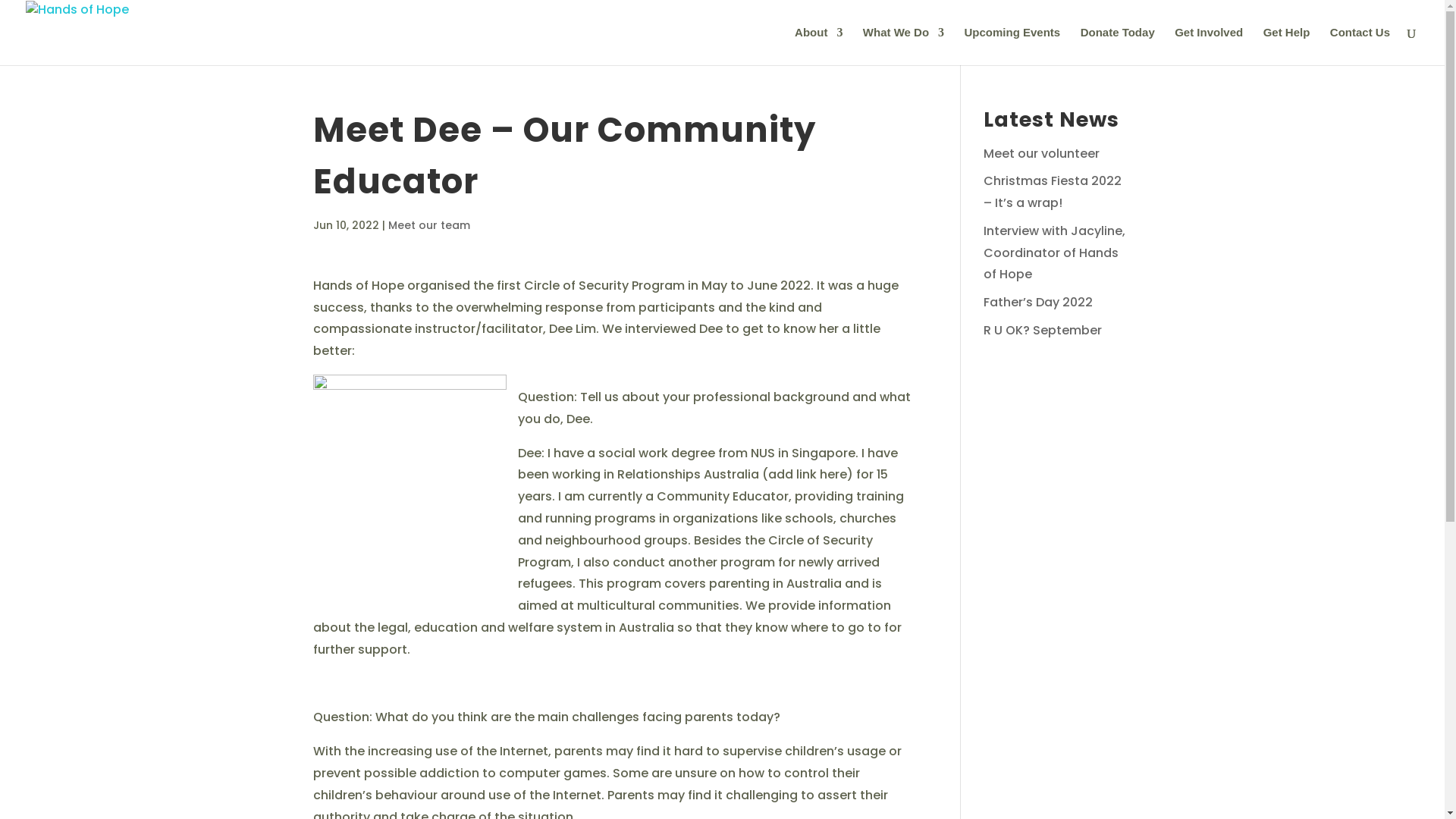 The image size is (1456, 819). Describe the element at coordinates (1286, 45) in the screenshot. I see `'Get Help'` at that location.